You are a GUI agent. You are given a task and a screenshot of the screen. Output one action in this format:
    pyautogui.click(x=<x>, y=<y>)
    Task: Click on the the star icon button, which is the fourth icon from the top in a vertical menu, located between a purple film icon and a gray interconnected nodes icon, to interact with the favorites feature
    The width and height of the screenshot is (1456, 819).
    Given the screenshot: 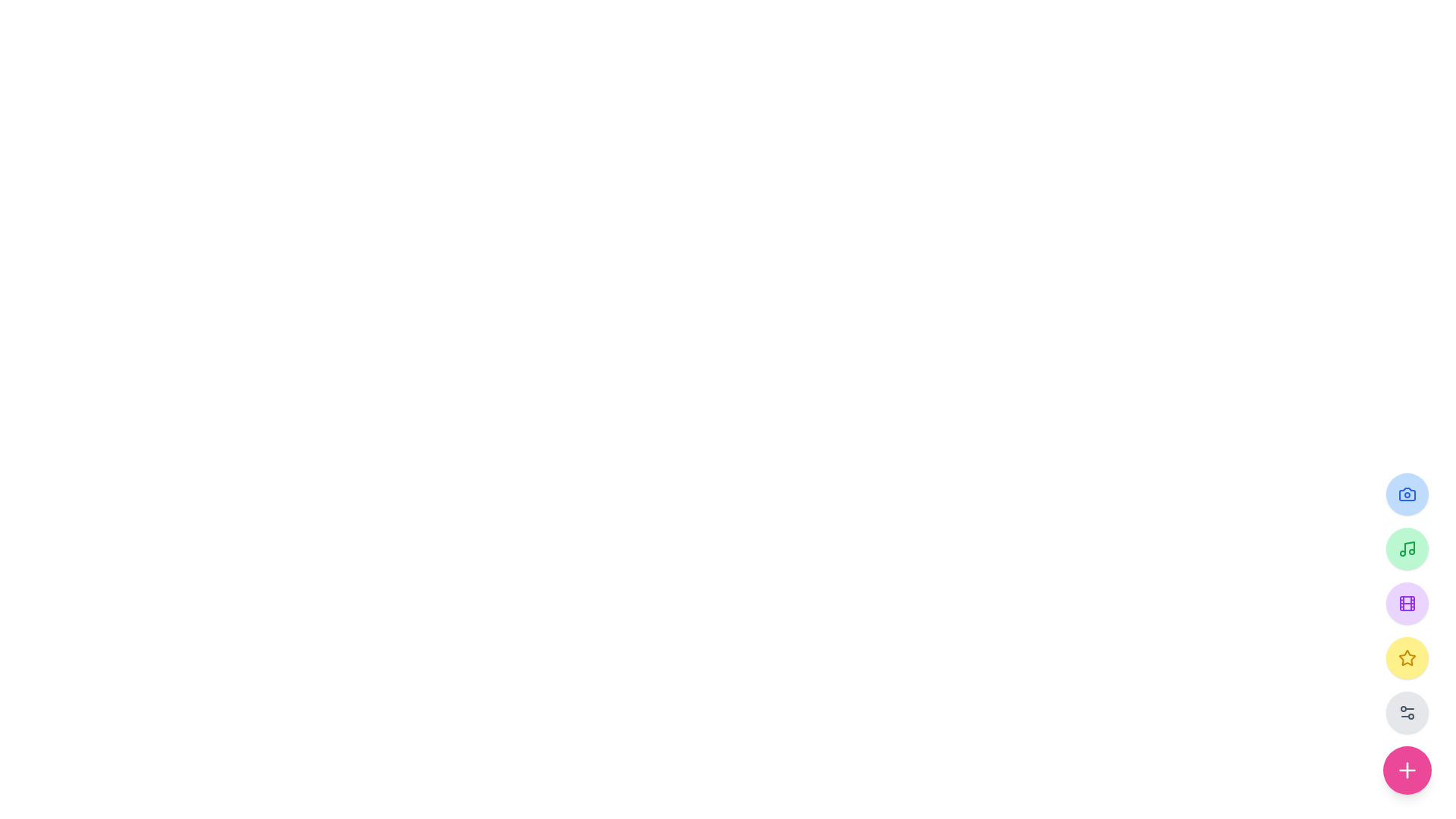 What is the action you would take?
    pyautogui.click(x=1407, y=657)
    